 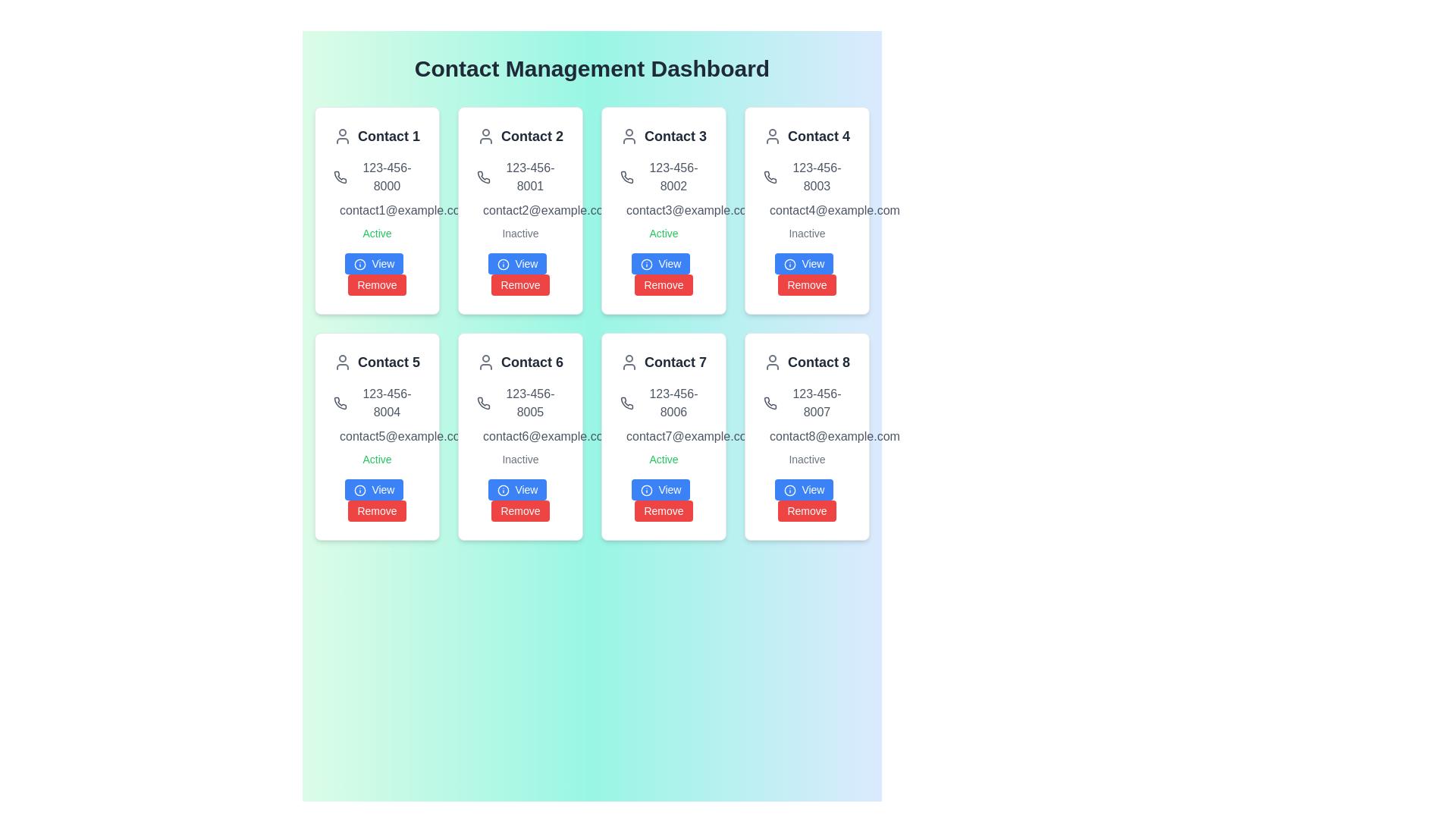 I want to click on the text display element that shows the email address 'contact7@example.com' located within the 'Contact 7' card in the bottom row, third column, so click(x=664, y=436).